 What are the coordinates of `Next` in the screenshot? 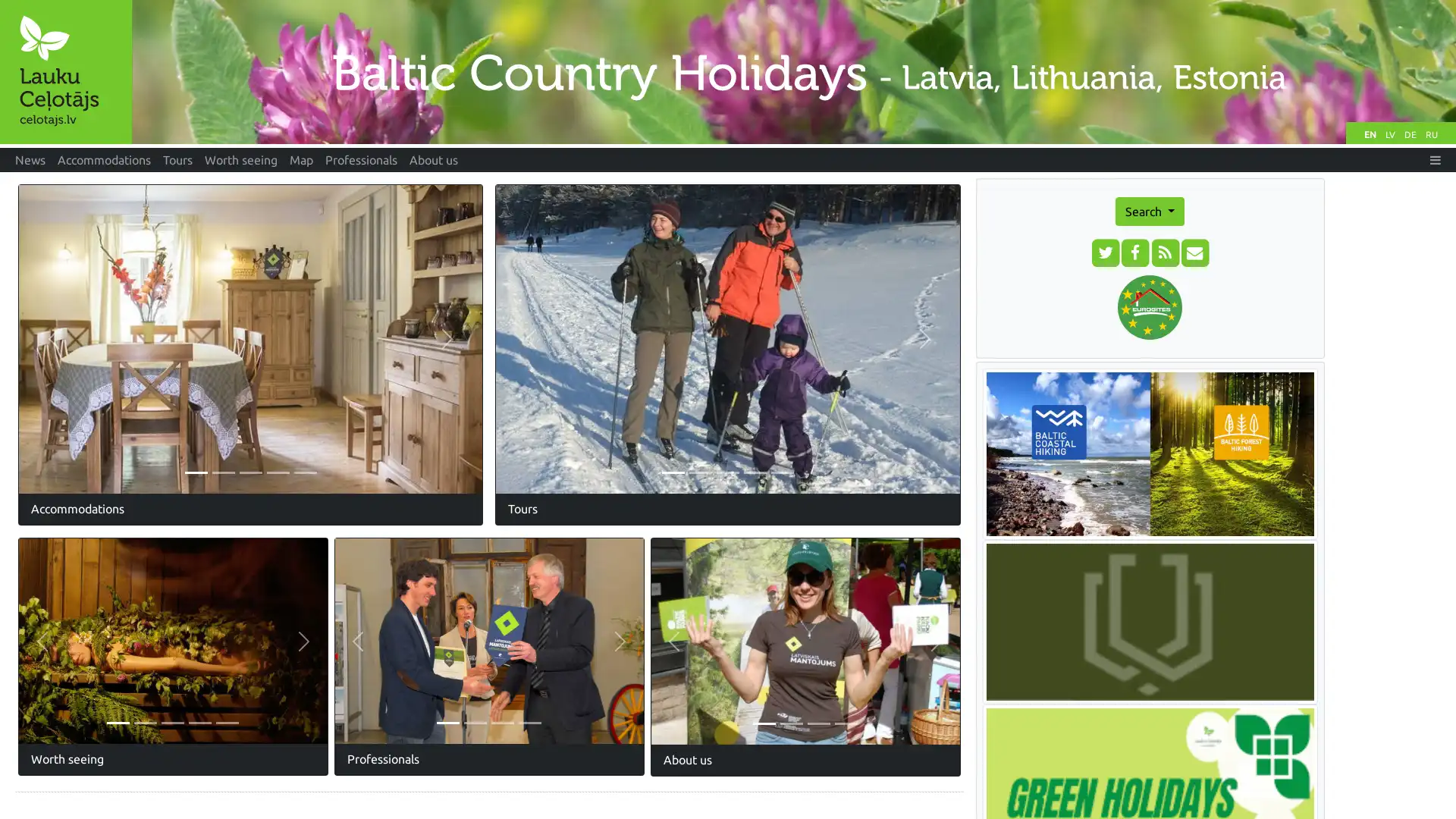 It's located at (935, 641).